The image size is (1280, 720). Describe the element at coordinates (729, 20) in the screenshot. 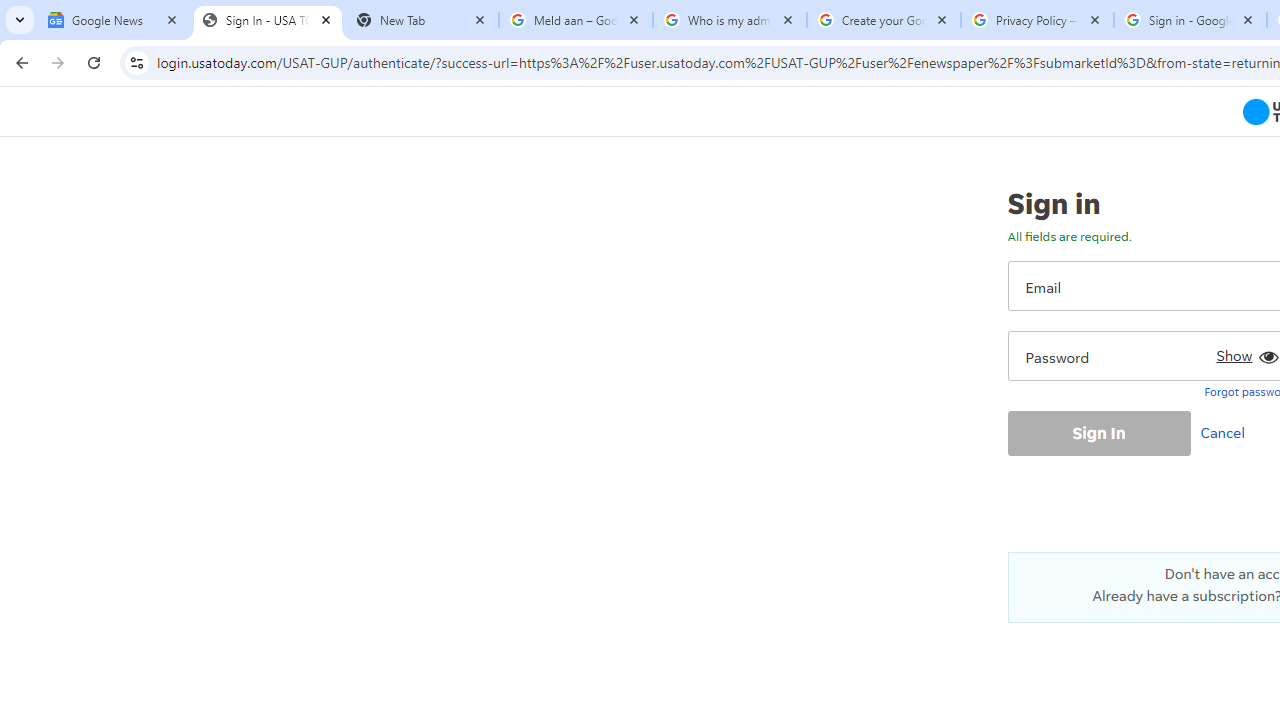

I see `'Who is my administrator? - Google Account Help'` at that location.